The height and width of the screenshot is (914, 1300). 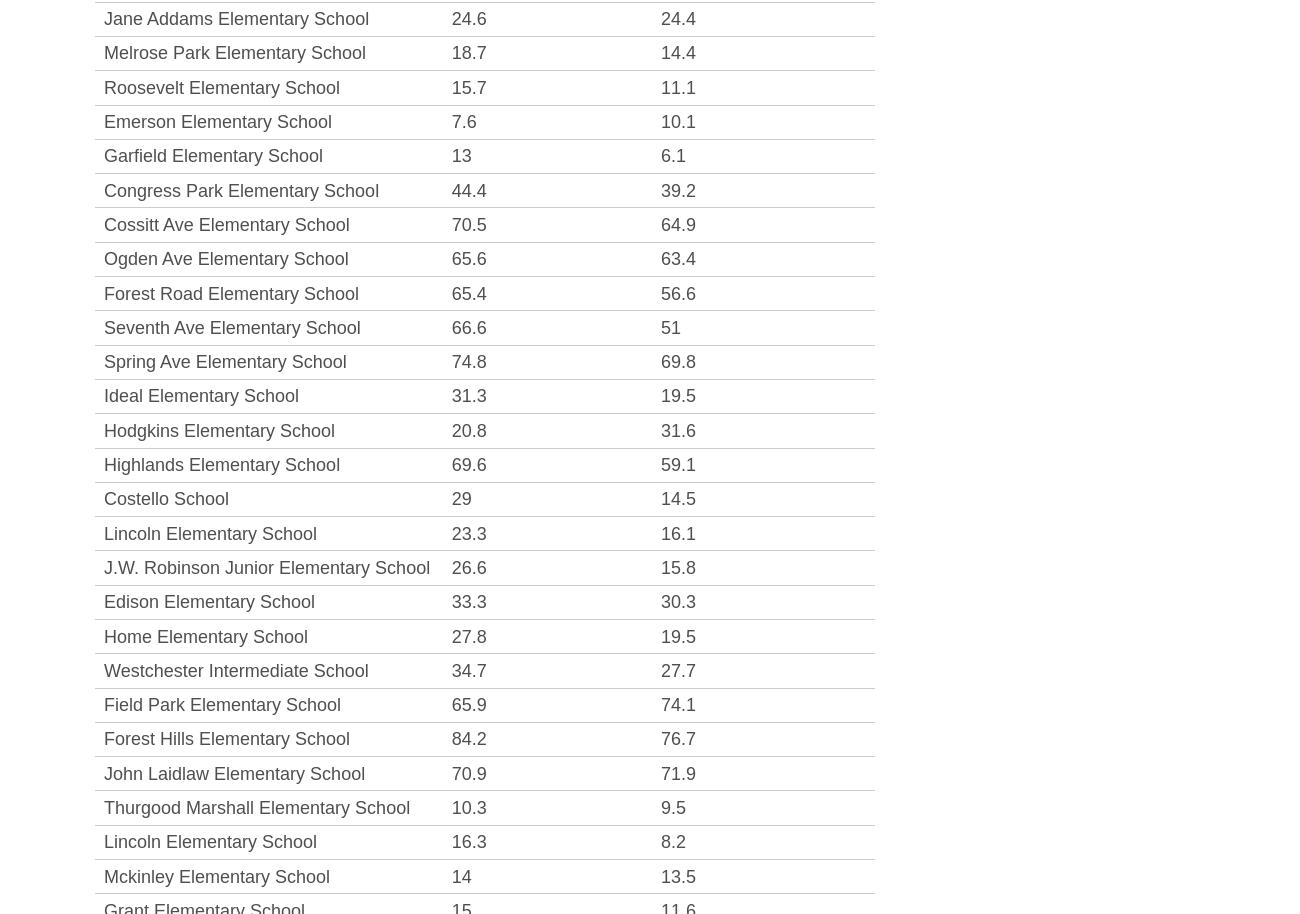 What do you see at coordinates (224, 258) in the screenshot?
I see `'Ogden Ave Elementary School'` at bounding box center [224, 258].